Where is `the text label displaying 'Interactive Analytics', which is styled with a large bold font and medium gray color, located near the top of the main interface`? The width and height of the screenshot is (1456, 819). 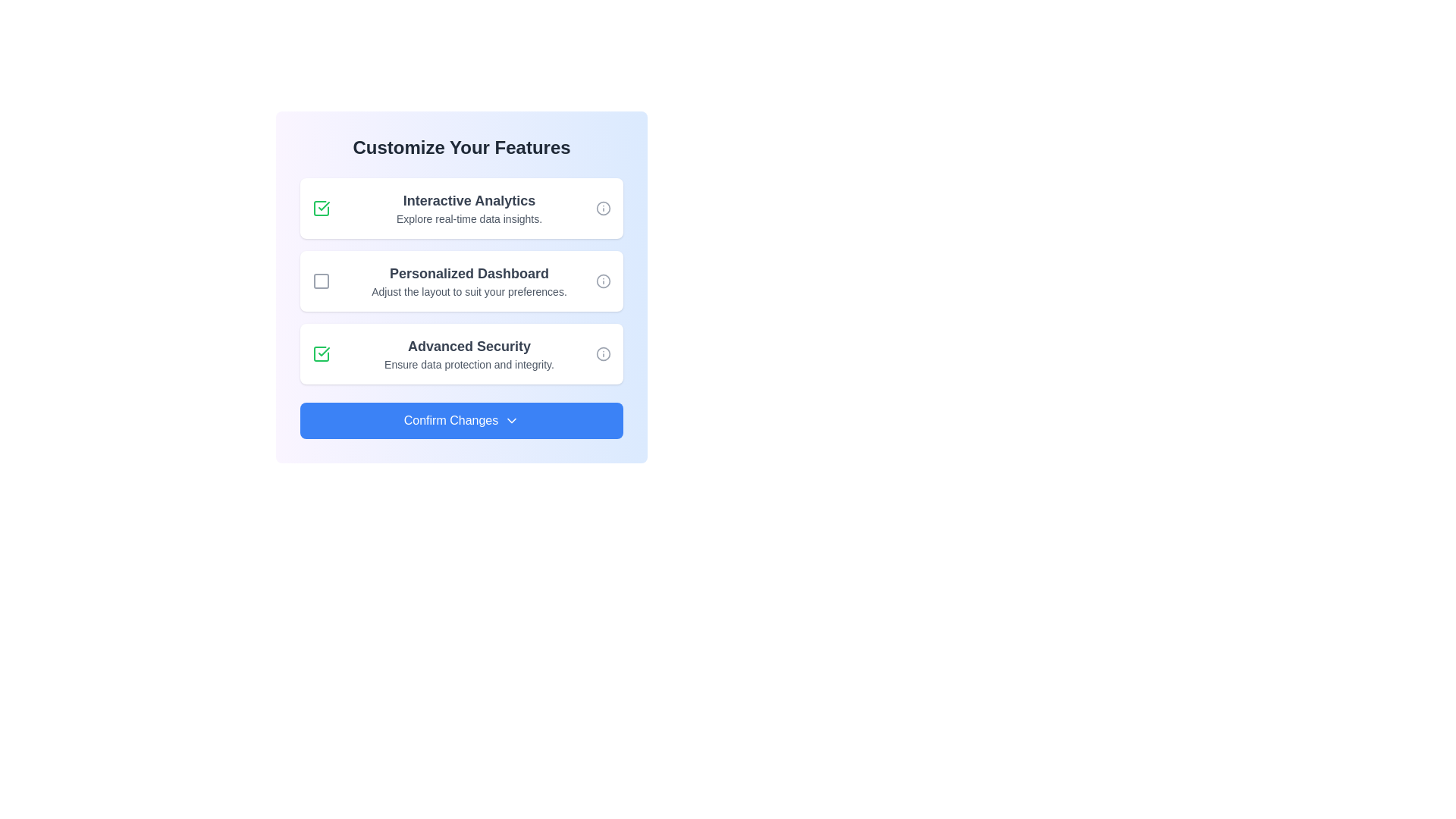 the text label displaying 'Interactive Analytics', which is styled with a large bold font and medium gray color, located near the top of the main interface is located at coordinates (469, 200).